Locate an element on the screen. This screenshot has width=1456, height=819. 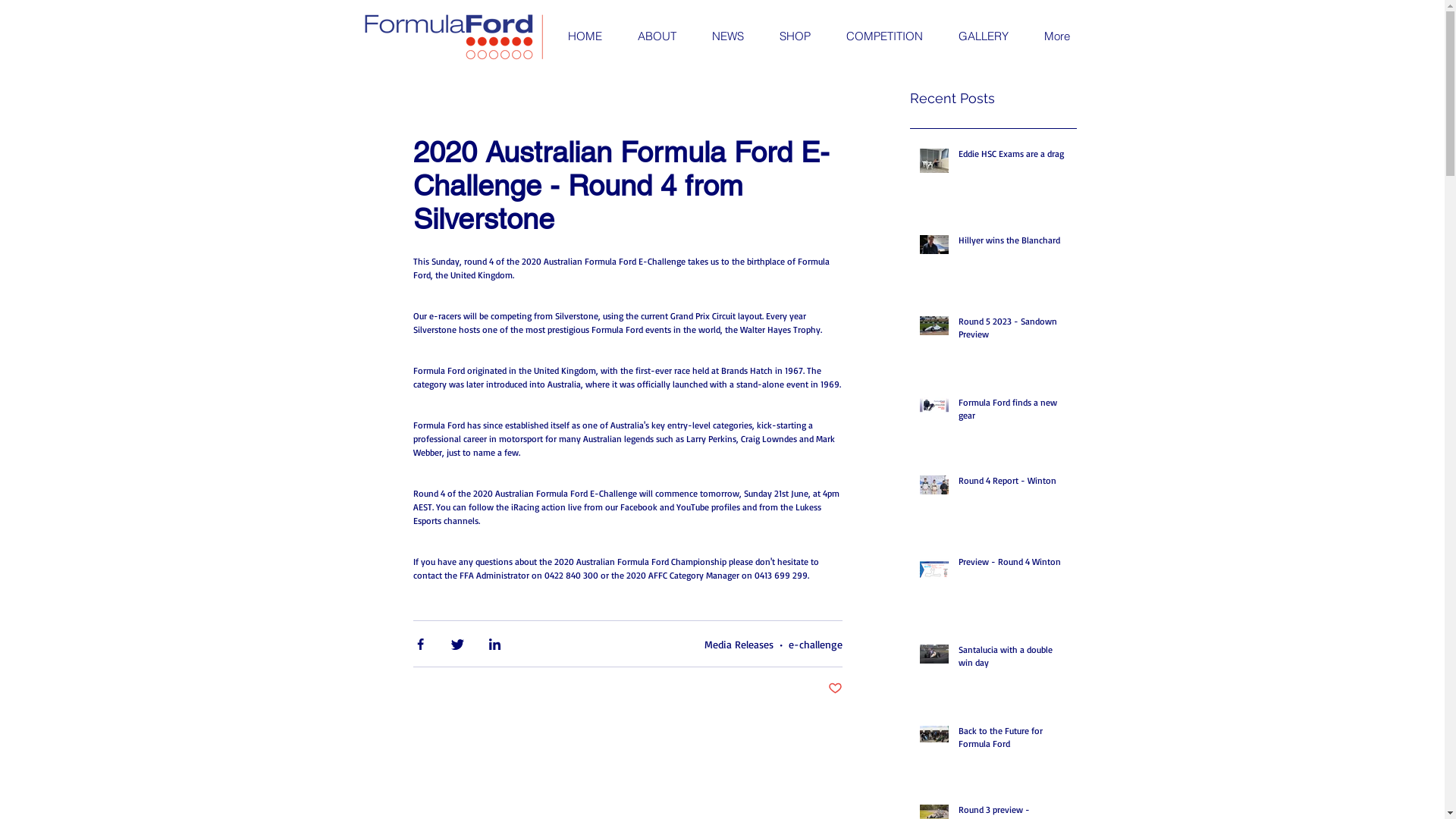
'Post not marked as liked' is located at coordinates (834, 689).